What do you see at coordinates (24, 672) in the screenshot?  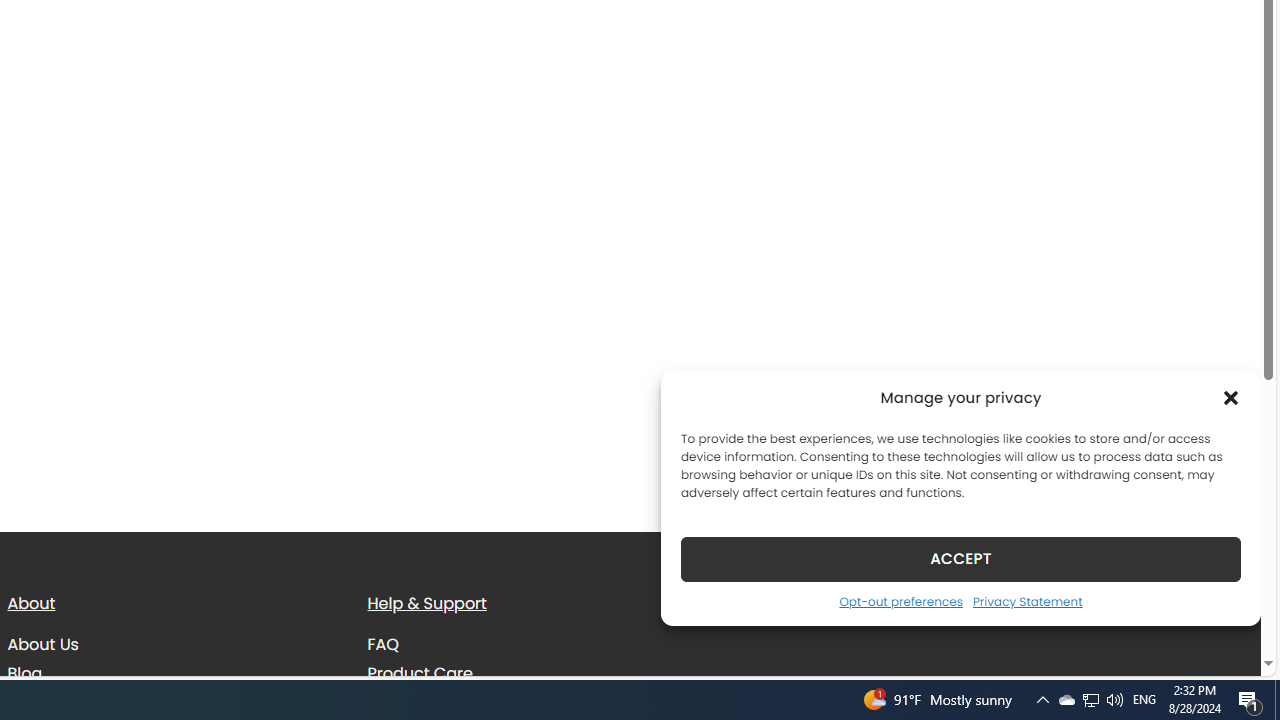 I see `'Blog'` at bounding box center [24, 672].